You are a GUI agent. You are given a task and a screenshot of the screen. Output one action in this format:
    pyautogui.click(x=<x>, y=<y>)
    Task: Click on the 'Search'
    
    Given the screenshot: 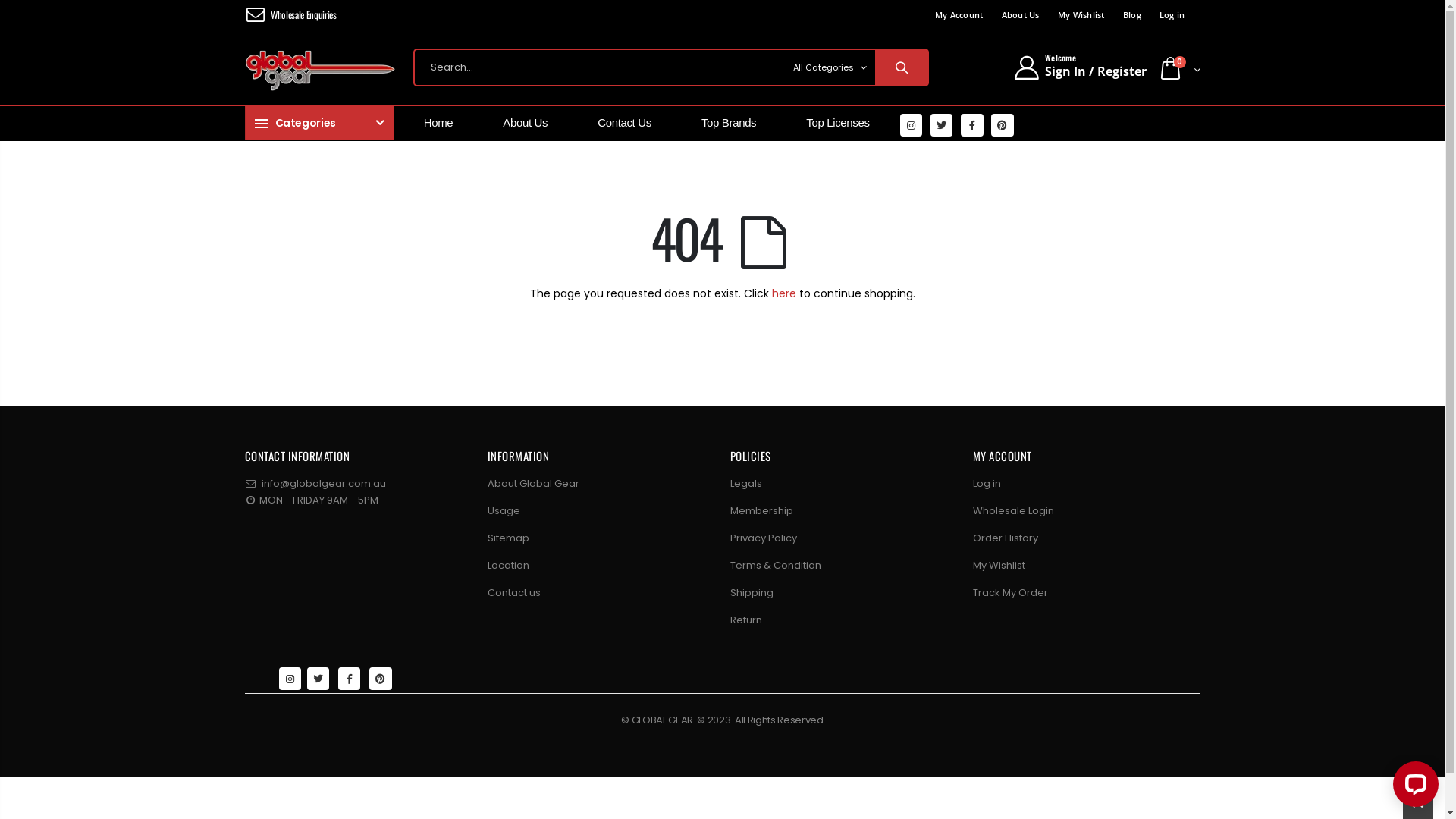 What is the action you would take?
    pyautogui.click(x=901, y=66)
    